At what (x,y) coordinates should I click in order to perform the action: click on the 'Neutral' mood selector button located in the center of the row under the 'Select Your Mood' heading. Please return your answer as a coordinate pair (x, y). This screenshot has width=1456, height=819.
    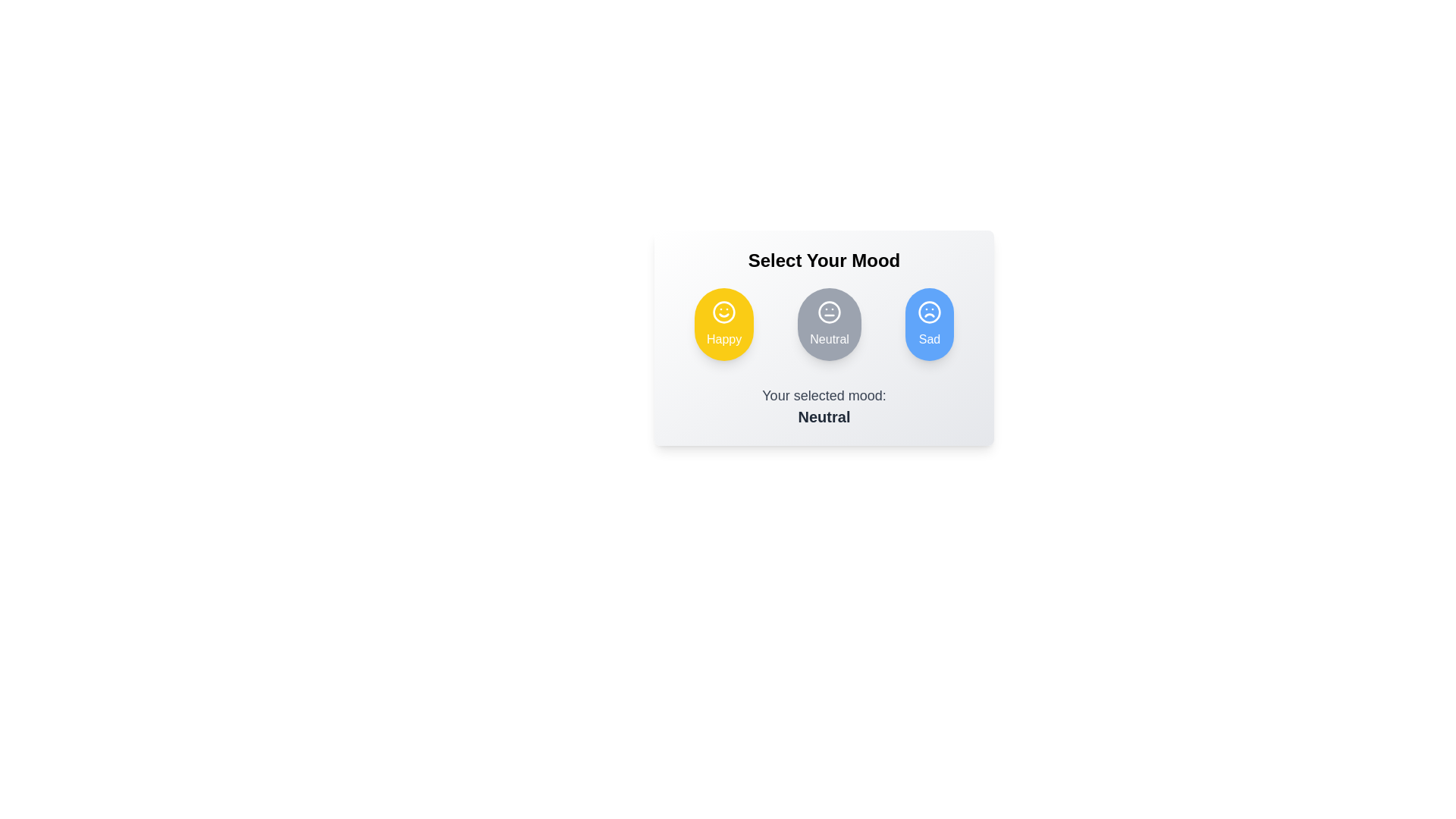
    Looking at the image, I should click on (823, 324).